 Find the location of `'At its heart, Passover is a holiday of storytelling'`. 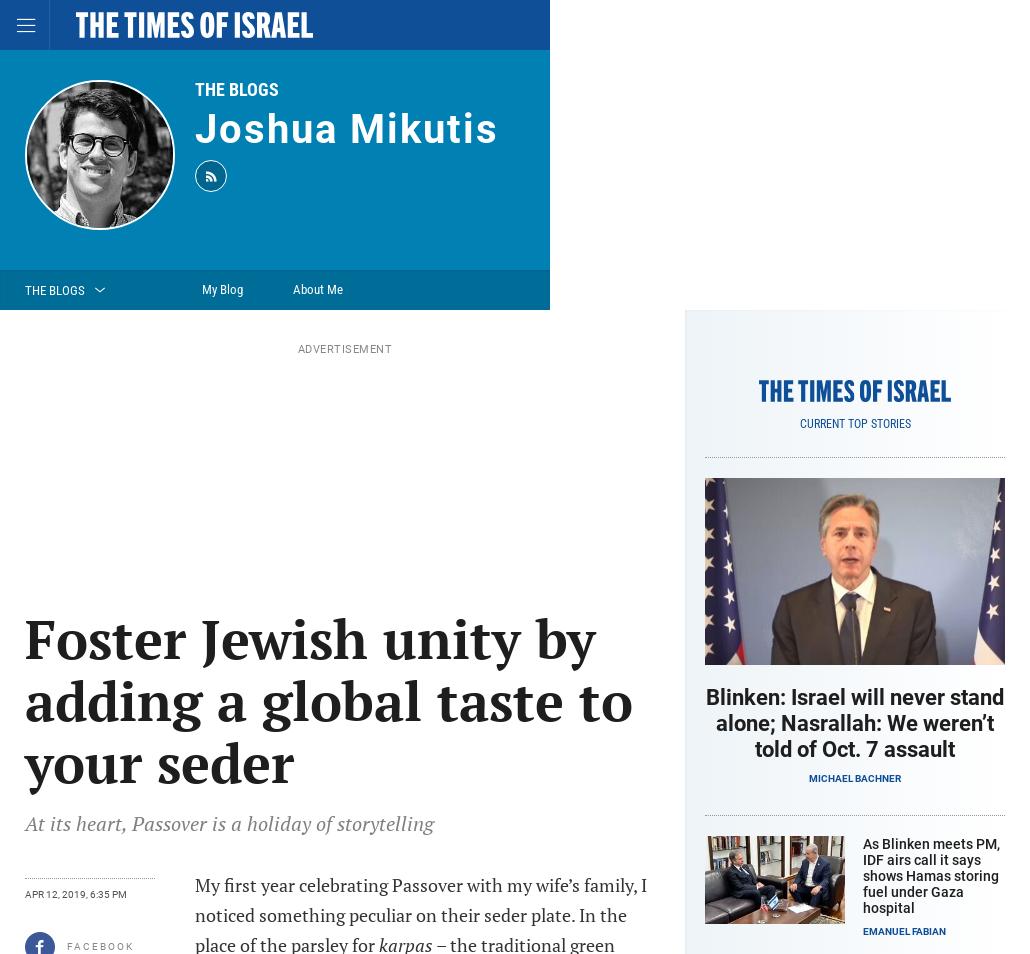

'At its heart, Passover is a holiday of storytelling' is located at coordinates (25, 823).